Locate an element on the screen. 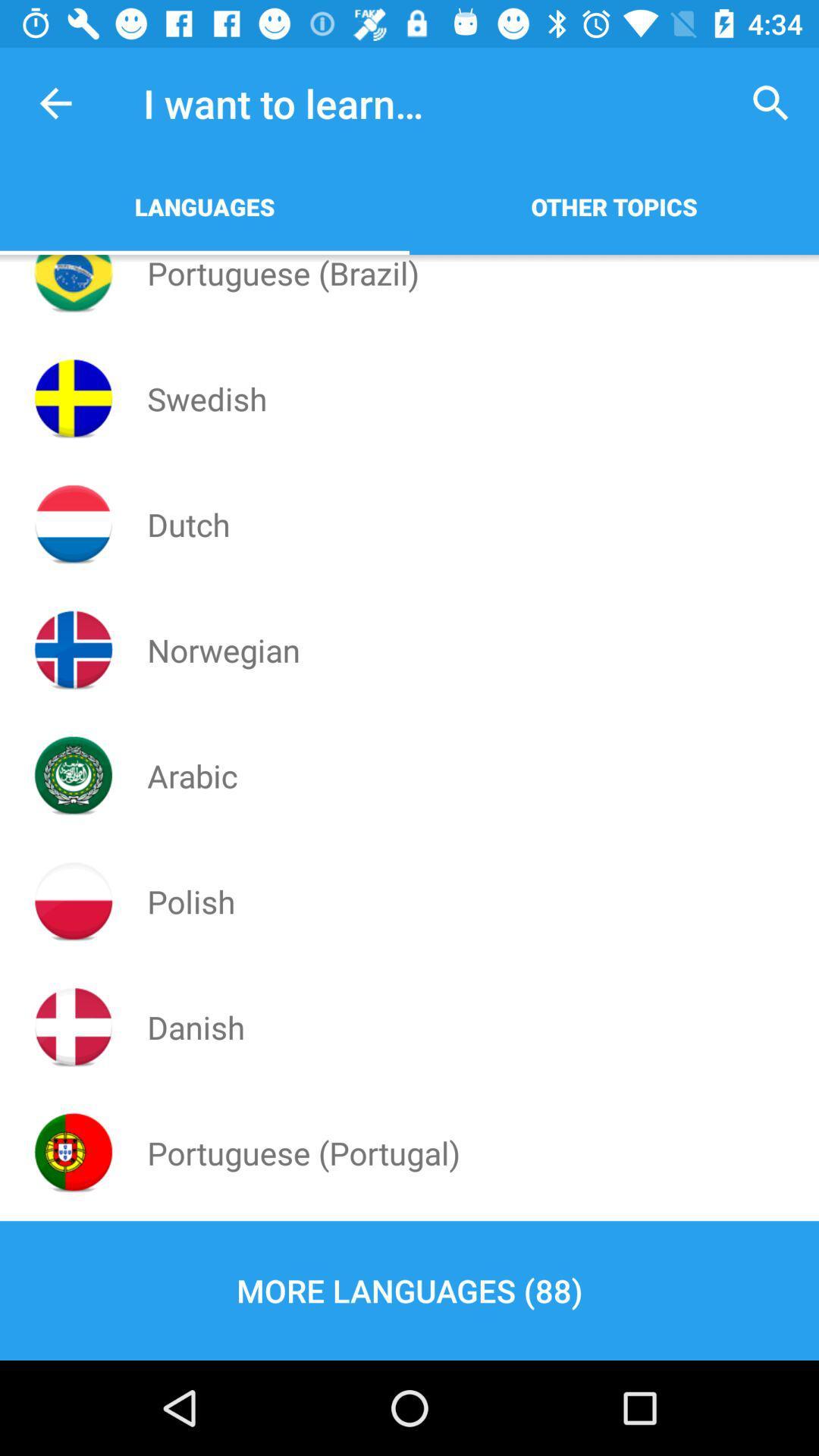 The height and width of the screenshot is (1456, 819). the item to the left of i want to icon is located at coordinates (55, 102).